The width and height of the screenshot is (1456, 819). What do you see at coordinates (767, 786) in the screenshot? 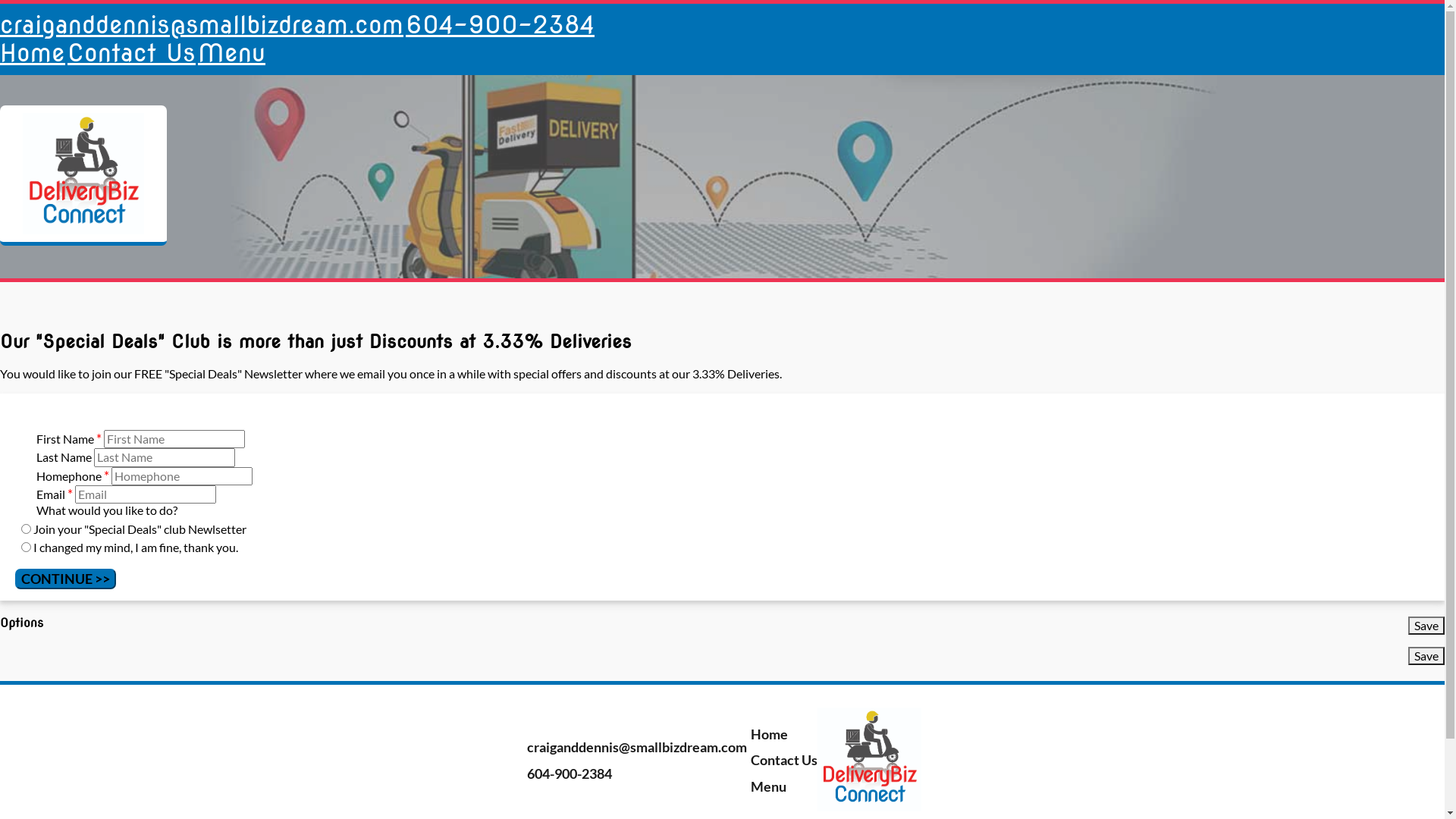
I see `'Menu'` at bounding box center [767, 786].